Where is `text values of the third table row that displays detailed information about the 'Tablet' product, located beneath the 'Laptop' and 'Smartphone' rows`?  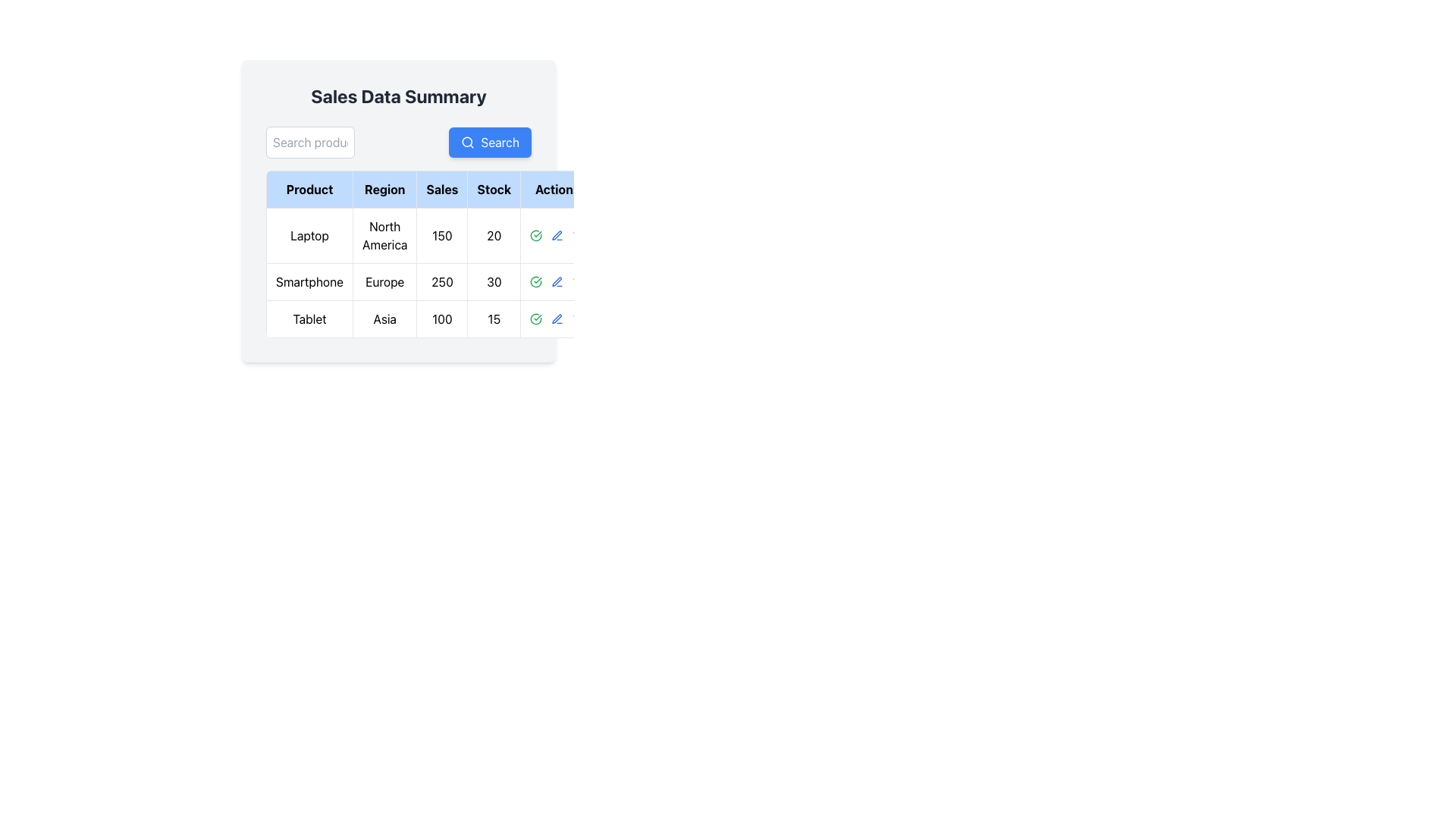
text values of the third table row that displays detailed information about the 'Tablet' product, located beneath the 'Laptop' and 'Smartphone' rows is located at coordinates (429, 318).